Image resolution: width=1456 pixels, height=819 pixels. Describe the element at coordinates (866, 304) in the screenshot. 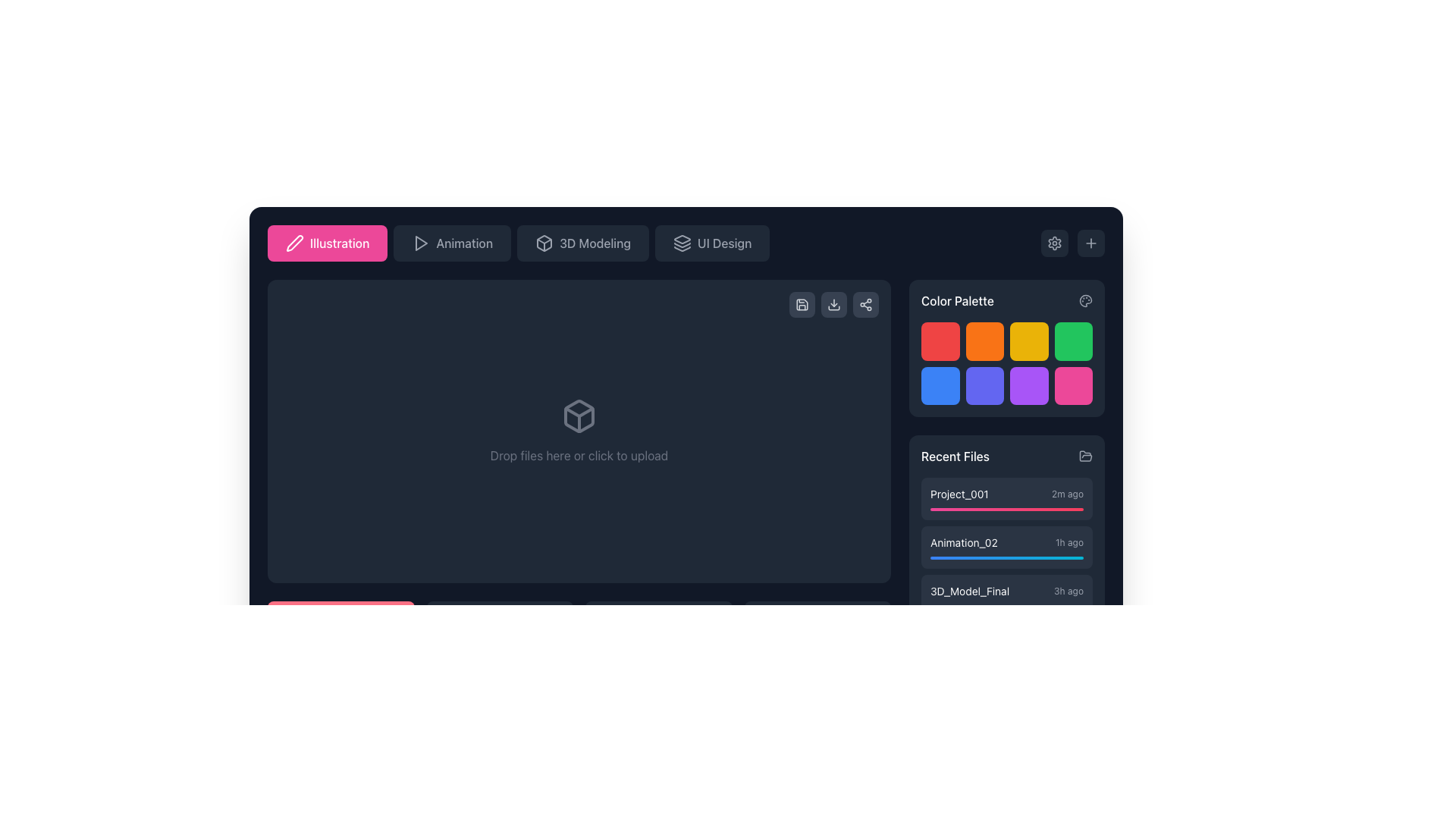

I see `the 'Share' action icon in the top-right corner of the interface` at that location.